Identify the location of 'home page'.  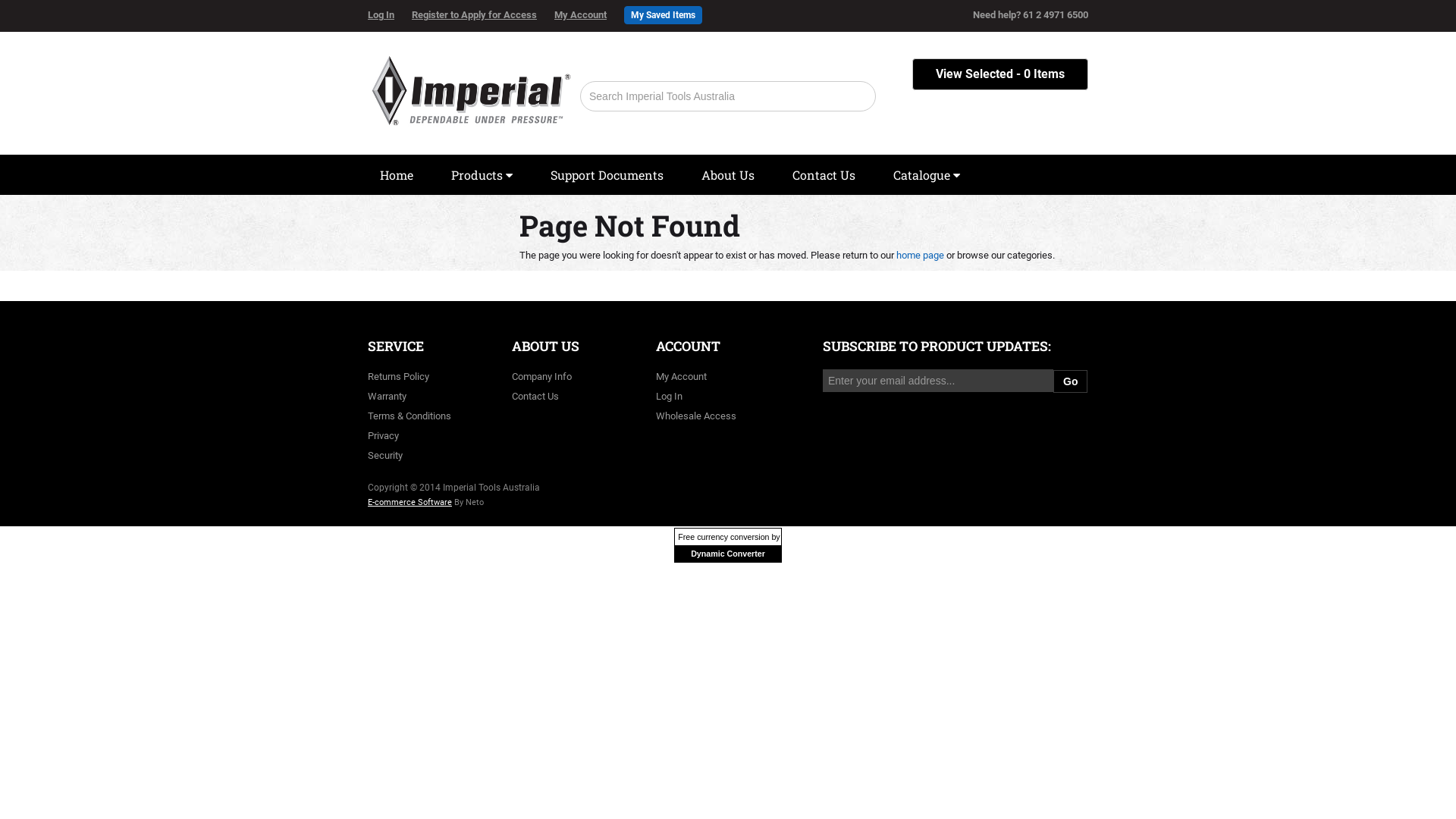
(896, 254).